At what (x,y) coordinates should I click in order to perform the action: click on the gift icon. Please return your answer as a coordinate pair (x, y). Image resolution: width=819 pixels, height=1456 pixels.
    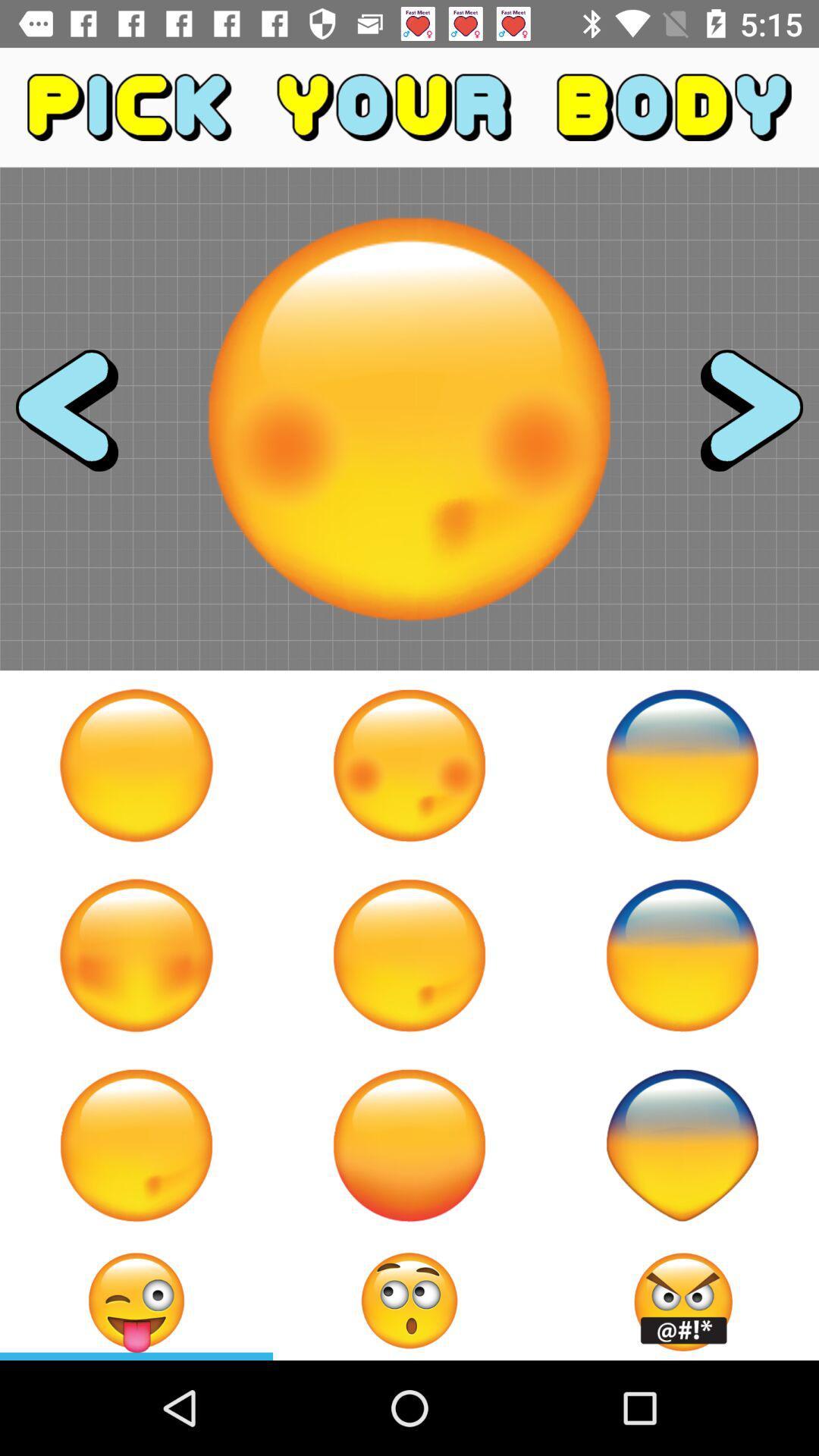
    Looking at the image, I should click on (681, 1300).